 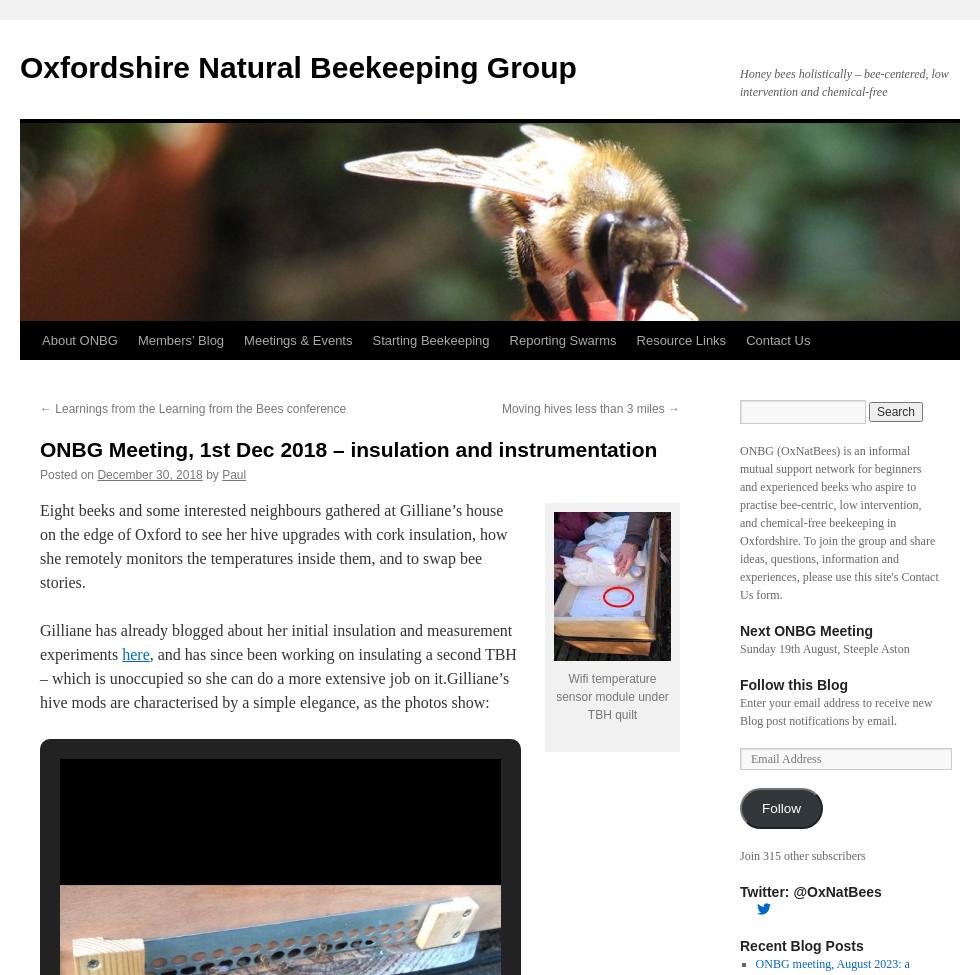 What do you see at coordinates (278, 666) in the screenshot?
I see `', and has since been working on insulating a second TBH – which is unoccupied so she can do a more extensive job on it.'` at bounding box center [278, 666].